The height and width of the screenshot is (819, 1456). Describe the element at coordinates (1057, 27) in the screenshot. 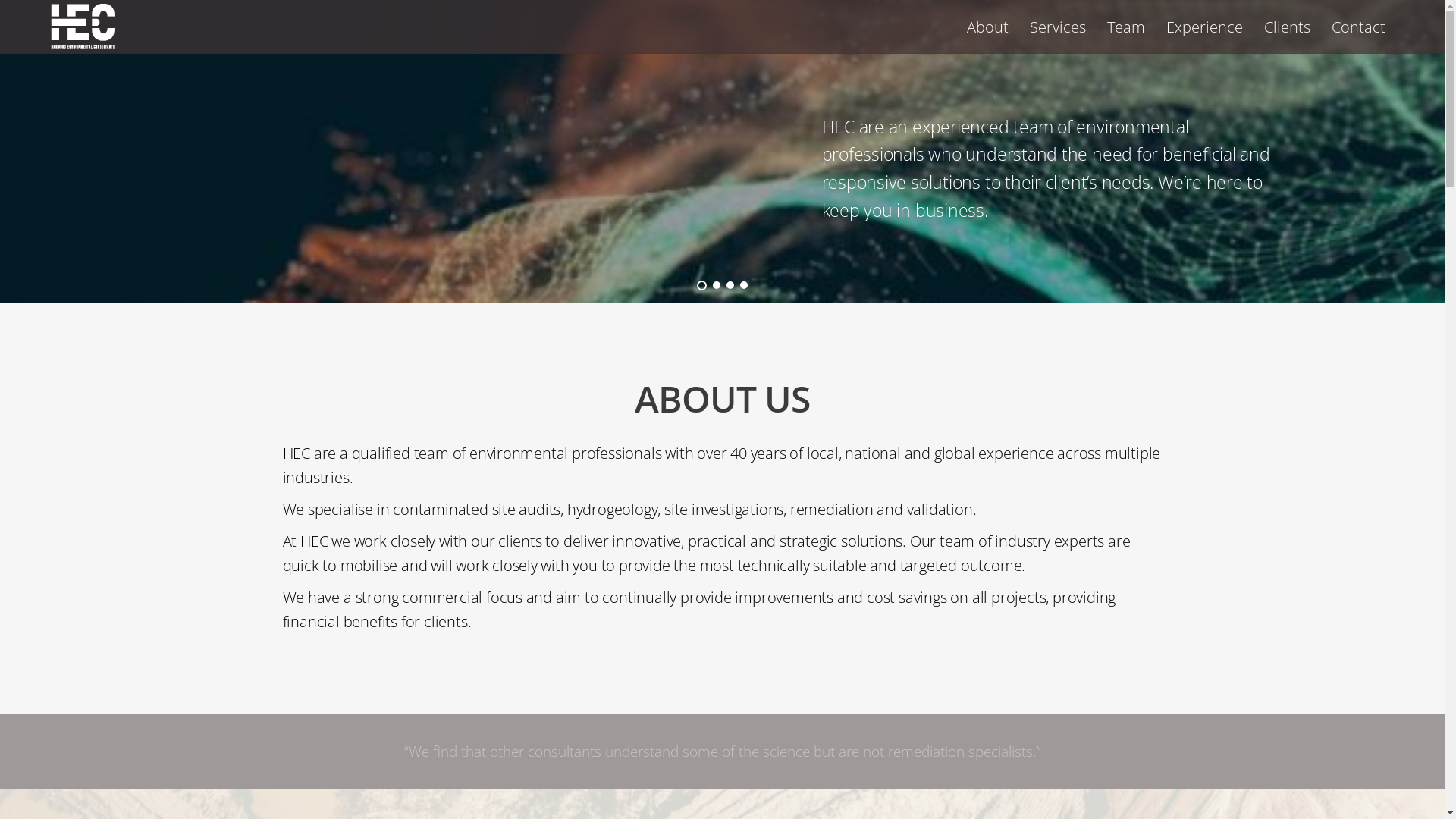

I see `'Services'` at that location.